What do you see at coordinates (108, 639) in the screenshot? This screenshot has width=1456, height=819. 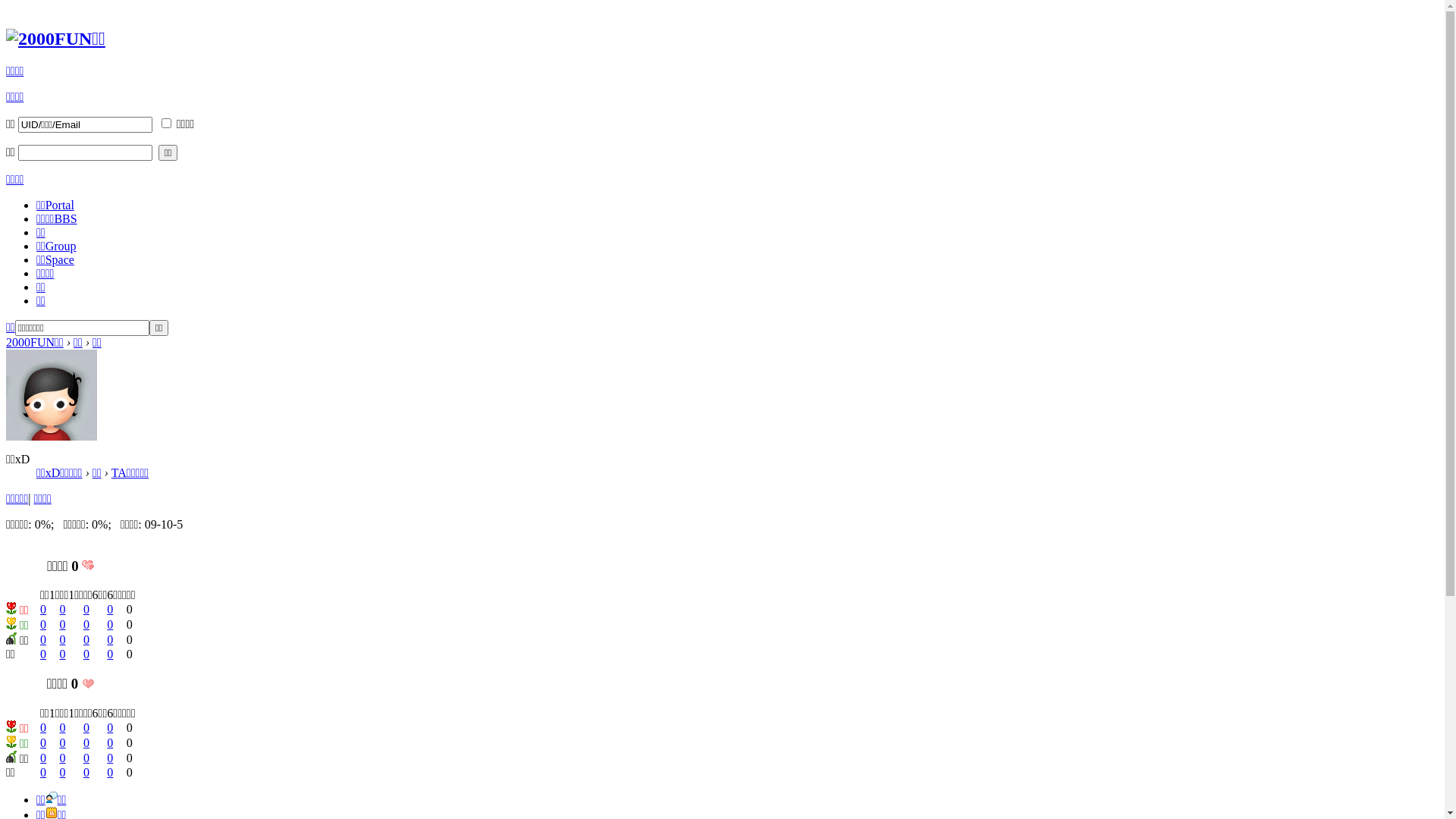 I see `'0'` at bounding box center [108, 639].